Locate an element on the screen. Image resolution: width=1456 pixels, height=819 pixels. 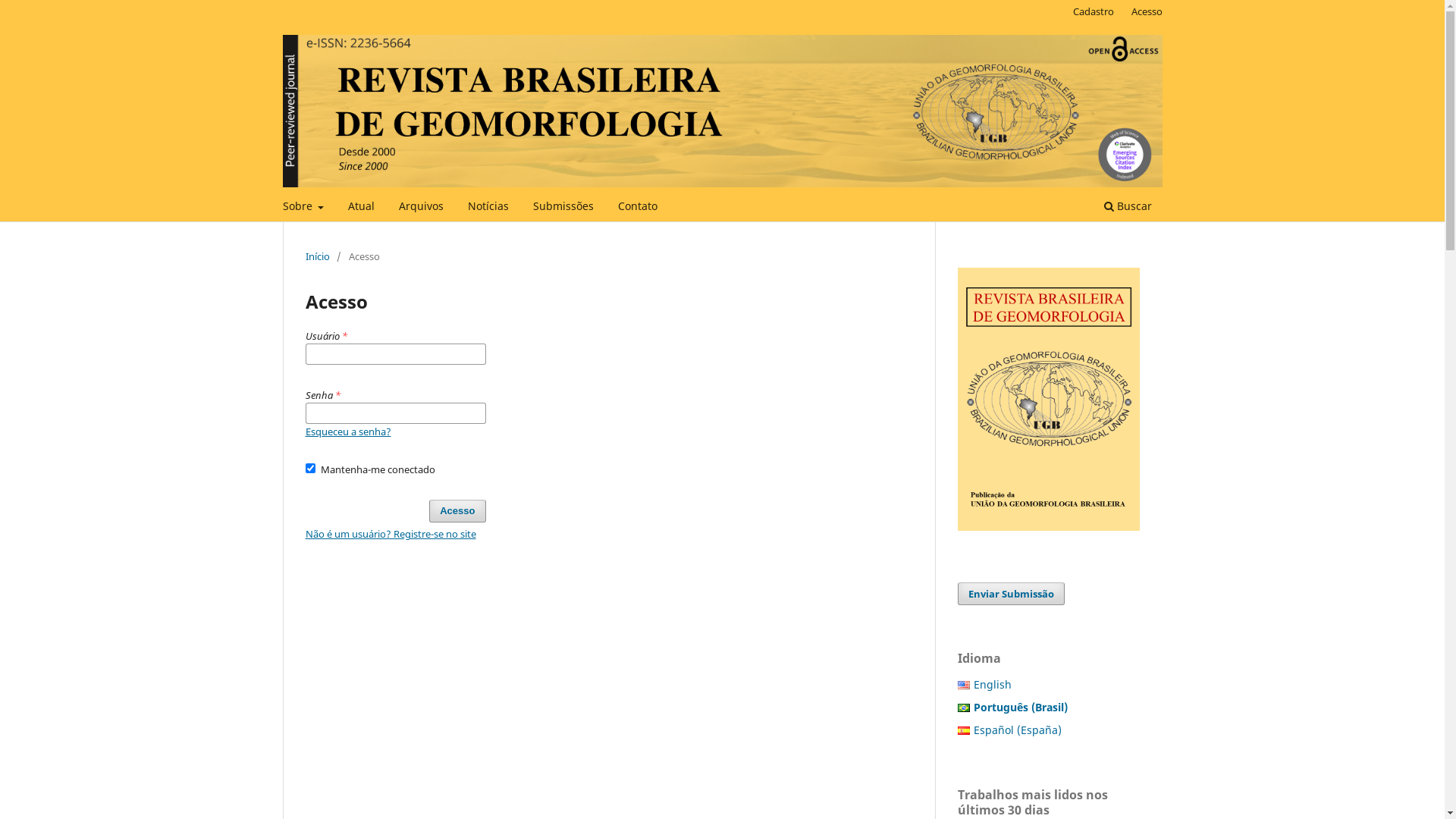
'Buscar' is located at coordinates (1127, 208).